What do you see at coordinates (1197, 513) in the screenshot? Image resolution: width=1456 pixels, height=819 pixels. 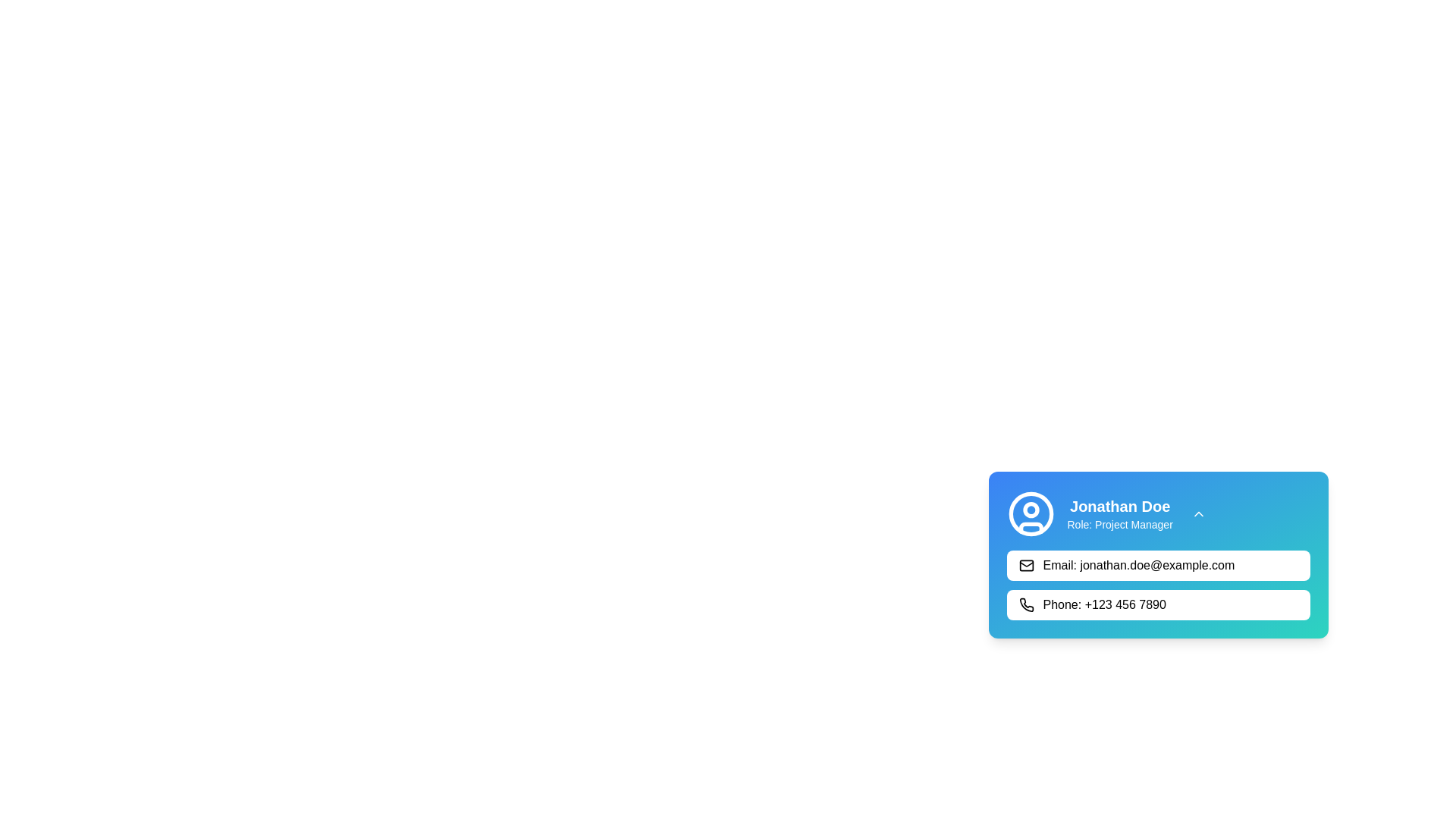 I see `the downward-pointing chevron icon located in the upper-right edge of the profile card header to receive potential feedback` at bounding box center [1197, 513].